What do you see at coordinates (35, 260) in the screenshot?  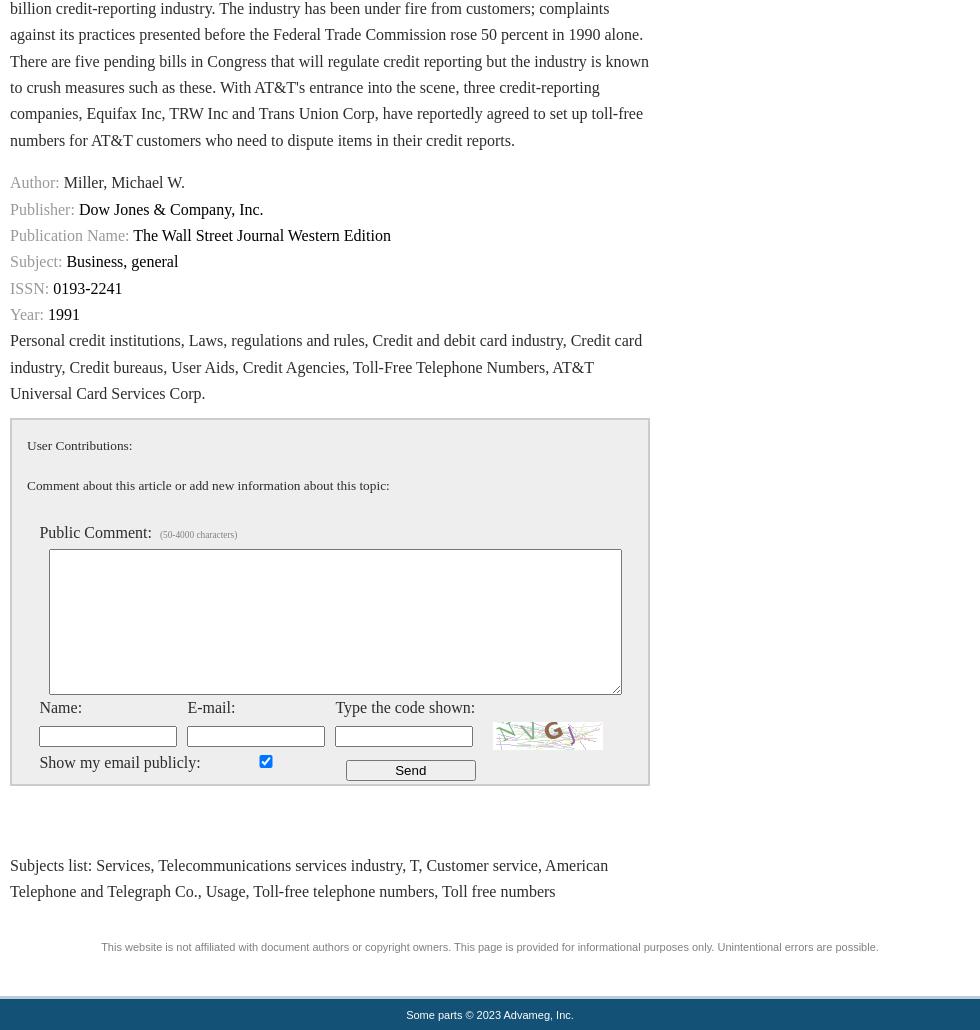 I see `'Subject:'` at bounding box center [35, 260].